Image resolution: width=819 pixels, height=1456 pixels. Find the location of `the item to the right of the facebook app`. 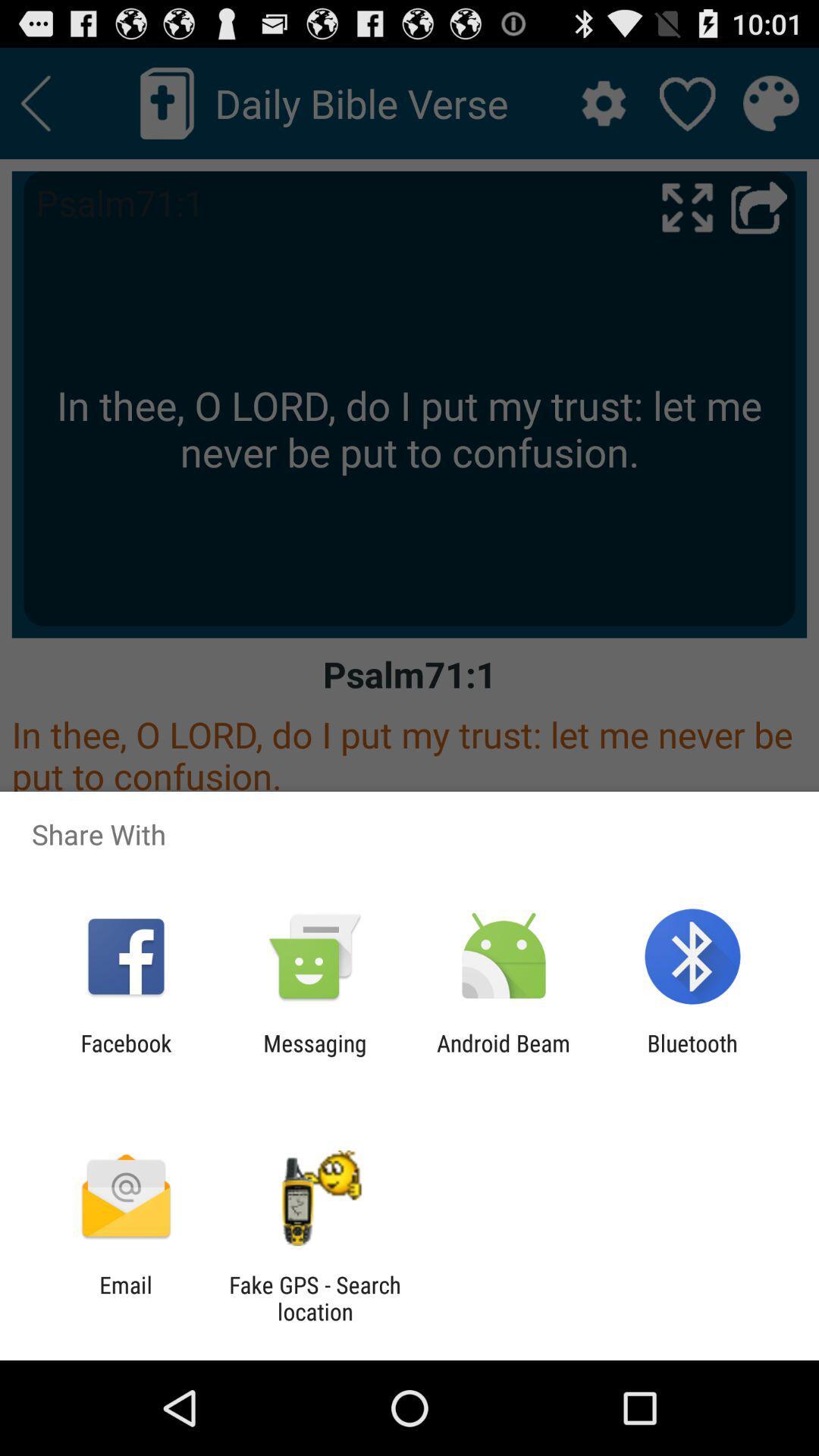

the item to the right of the facebook app is located at coordinates (314, 1056).